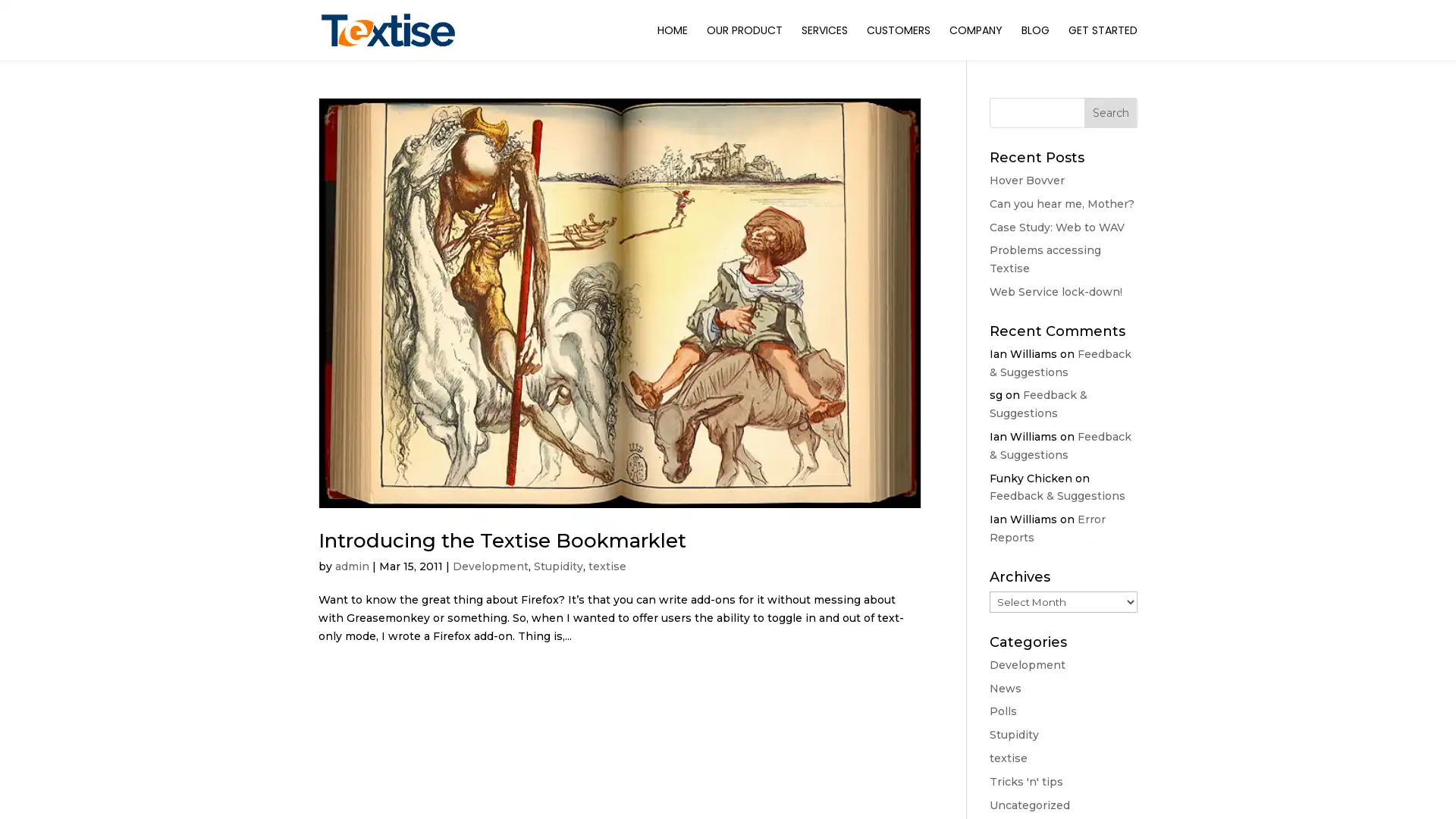  What do you see at coordinates (1110, 112) in the screenshot?
I see `Search` at bounding box center [1110, 112].